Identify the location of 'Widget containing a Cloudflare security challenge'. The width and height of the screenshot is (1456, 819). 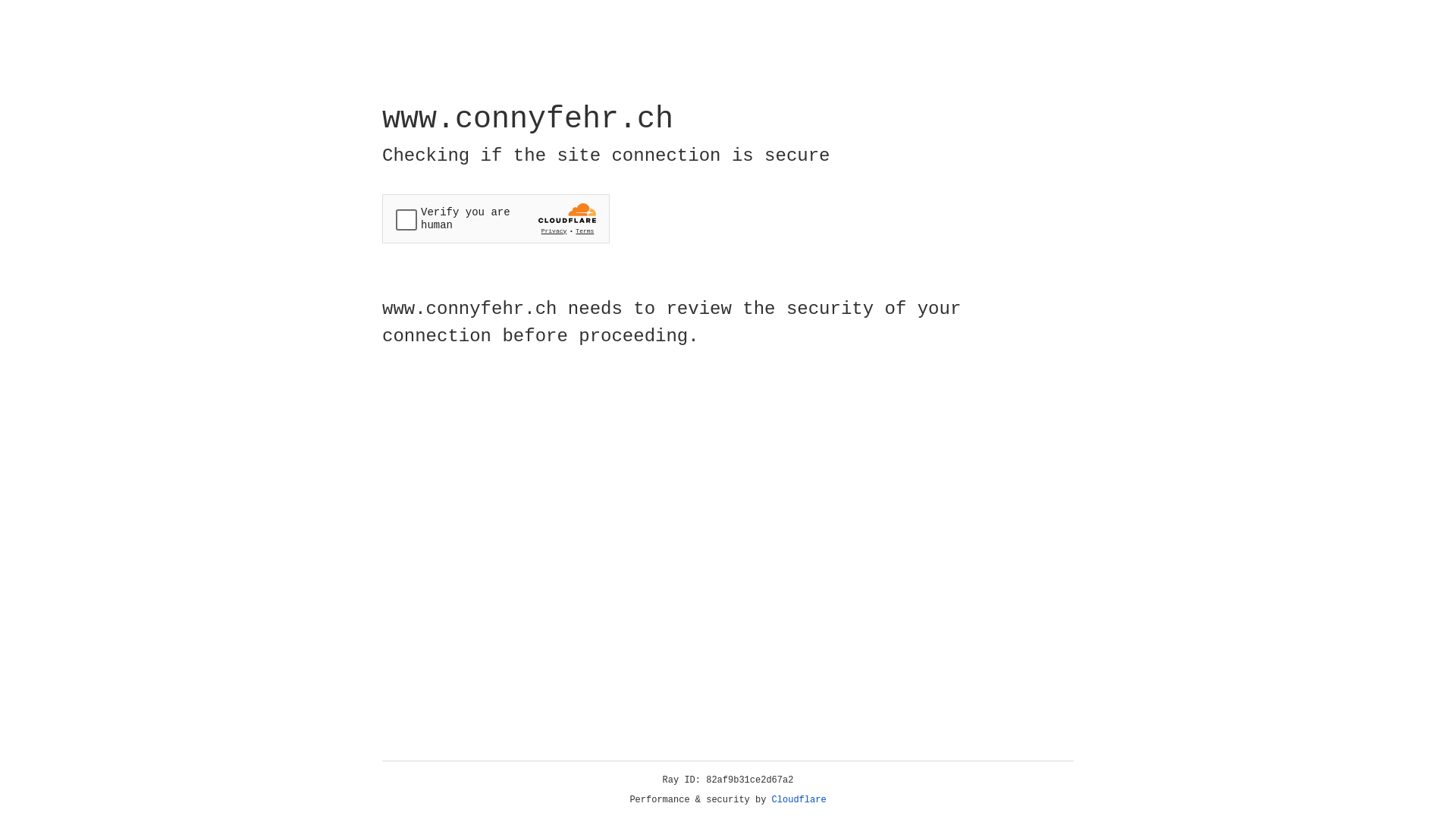
(495, 218).